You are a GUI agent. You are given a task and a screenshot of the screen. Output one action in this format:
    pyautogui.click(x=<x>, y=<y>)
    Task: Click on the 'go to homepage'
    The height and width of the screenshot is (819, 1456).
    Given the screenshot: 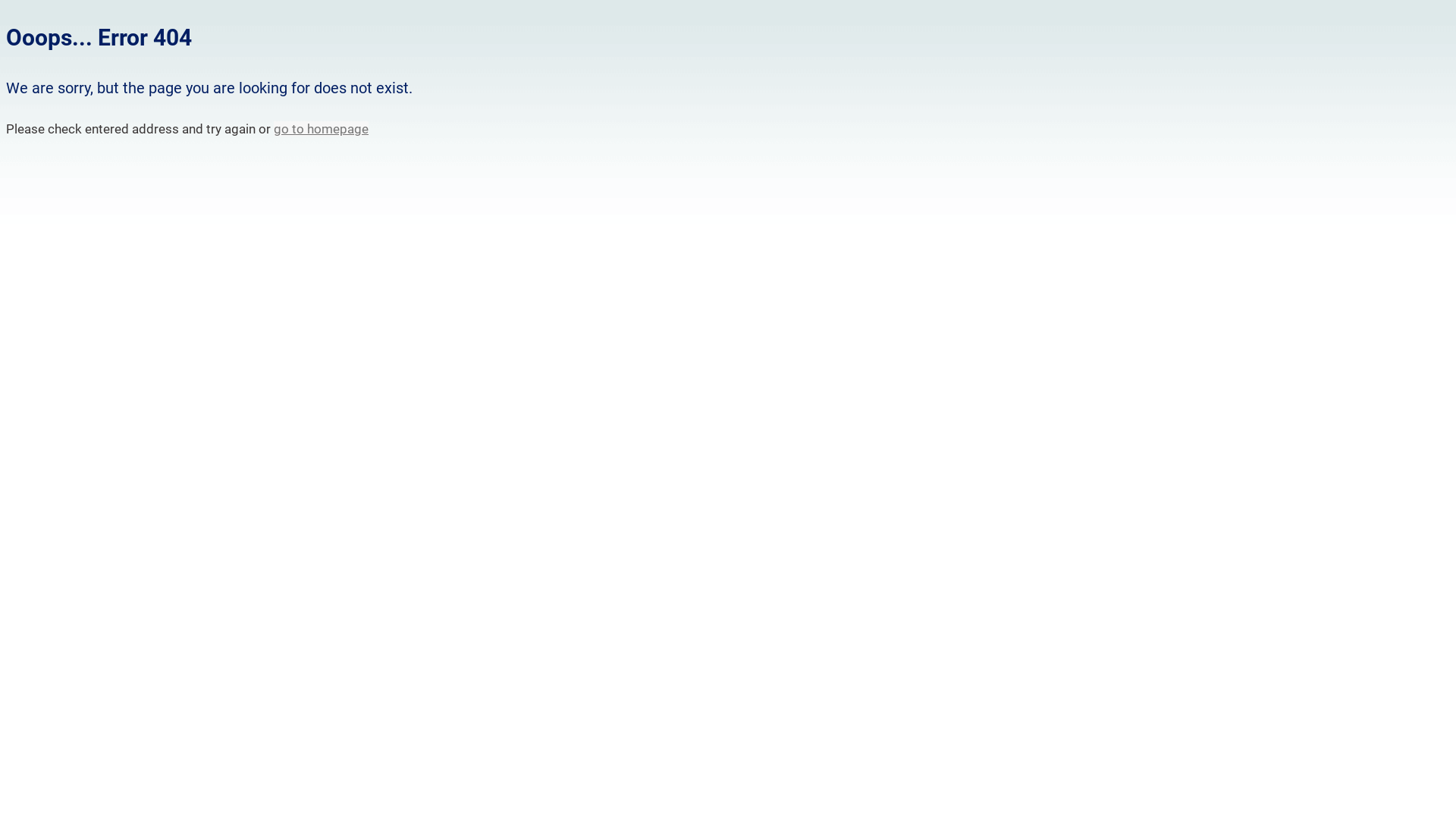 What is the action you would take?
    pyautogui.click(x=320, y=127)
    